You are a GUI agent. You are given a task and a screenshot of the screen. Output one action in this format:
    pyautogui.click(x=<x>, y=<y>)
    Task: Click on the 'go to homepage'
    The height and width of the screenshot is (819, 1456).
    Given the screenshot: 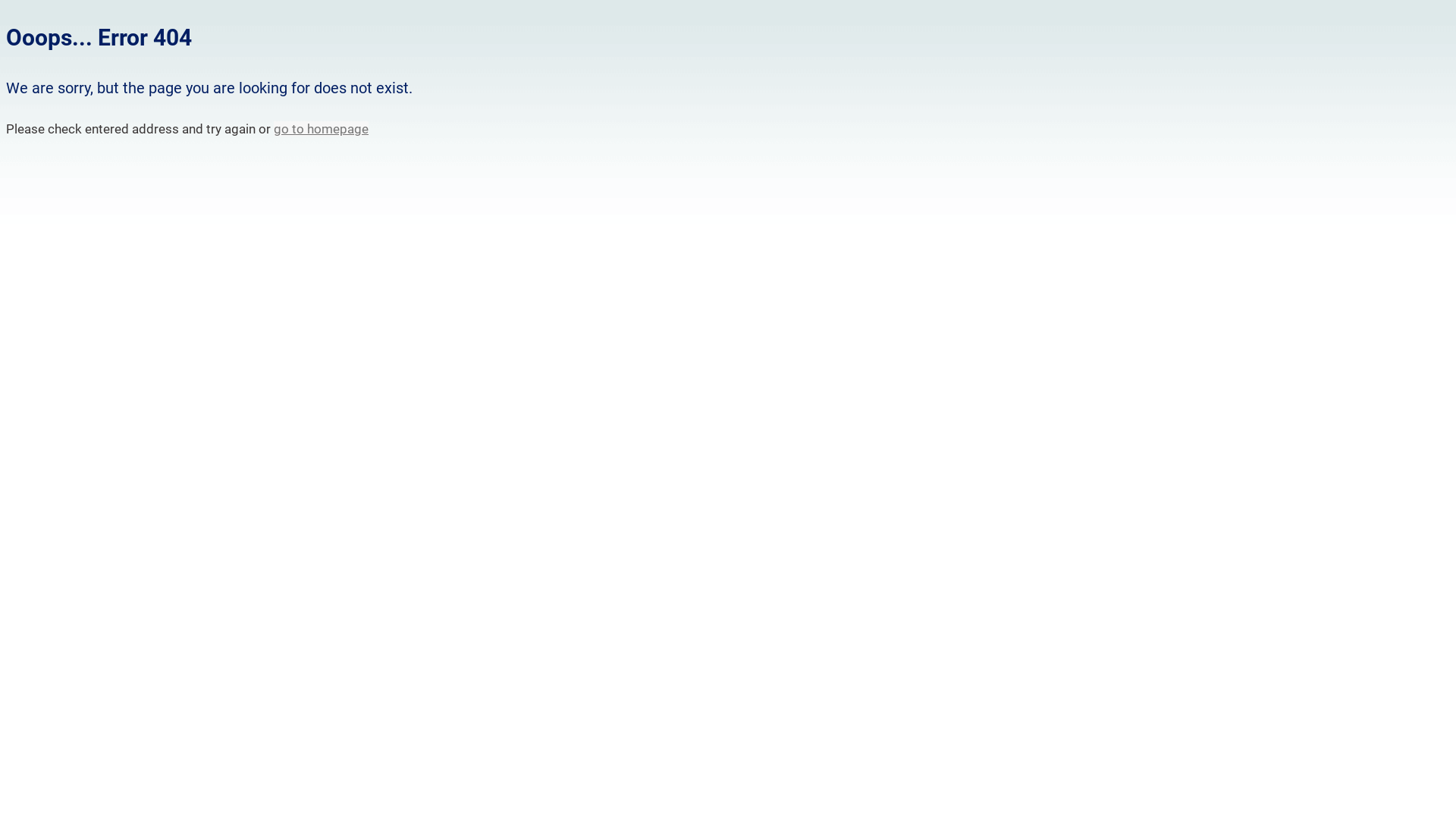 What is the action you would take?
    pyautogui.click(x=320, y=127)
    